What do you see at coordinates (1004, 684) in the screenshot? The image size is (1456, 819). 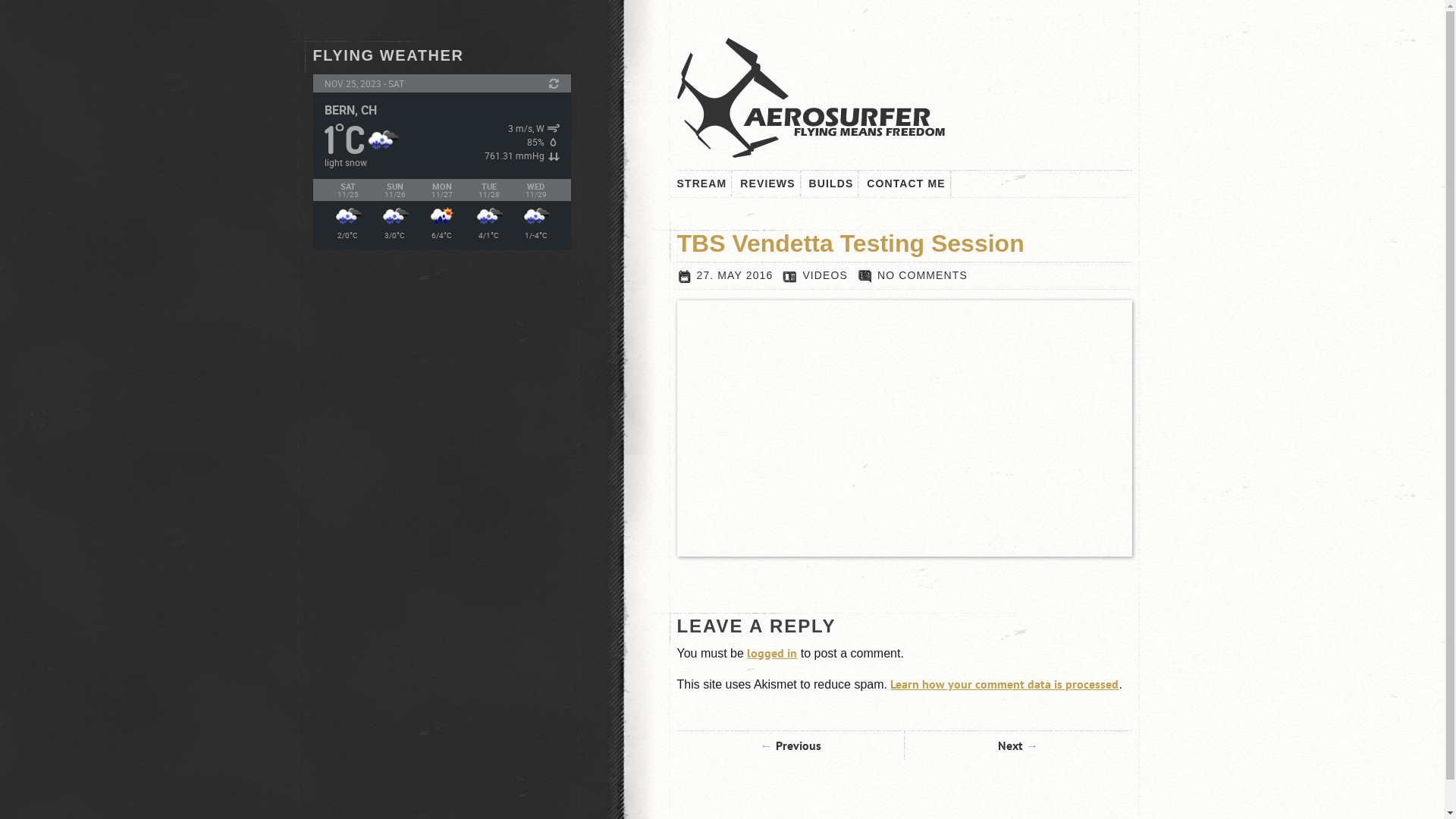 I see `'Learn how your comment data is processed'` at bounding box center [1004, 684].